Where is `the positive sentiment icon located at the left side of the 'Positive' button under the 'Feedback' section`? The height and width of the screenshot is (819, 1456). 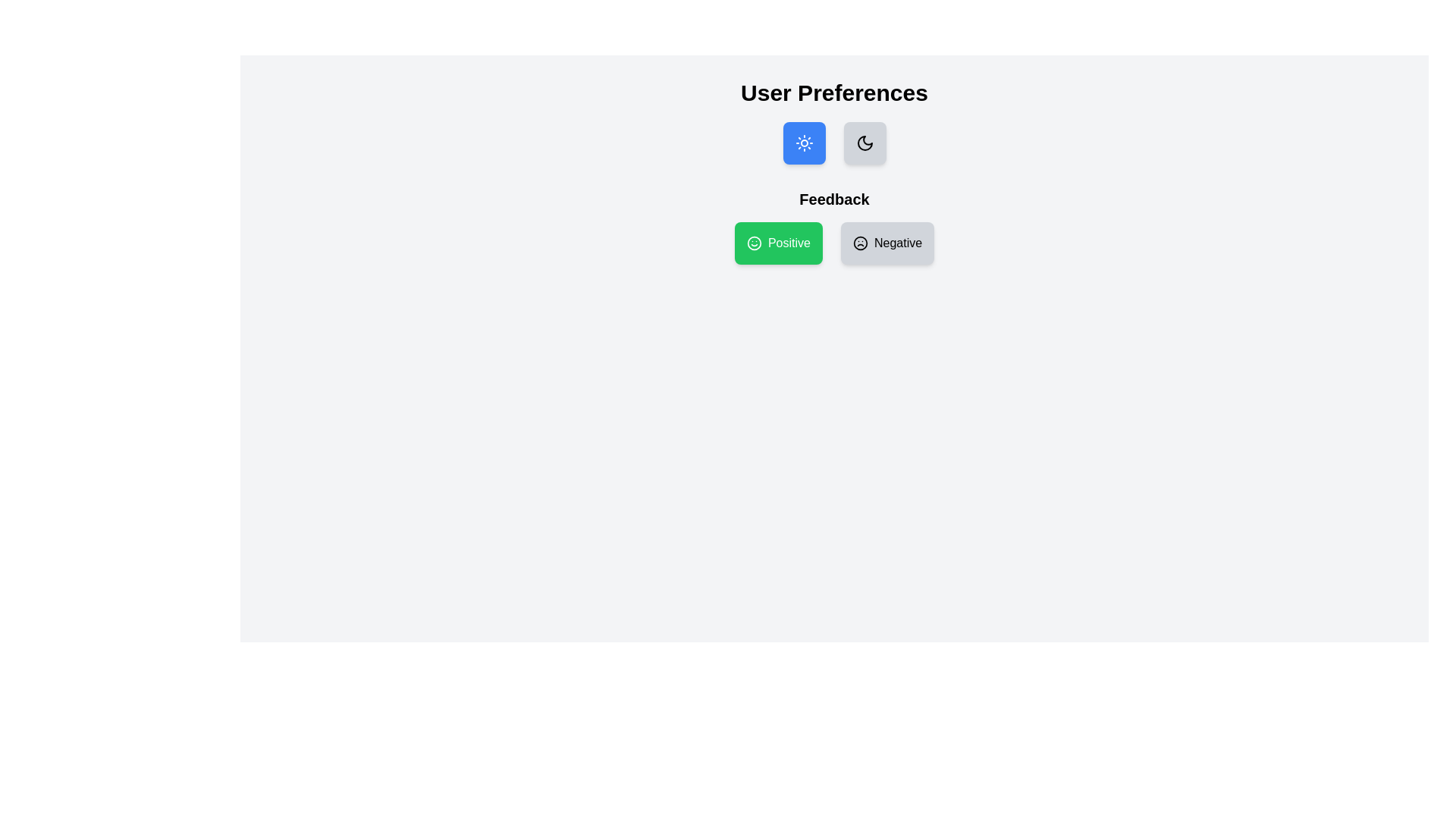 the positive sentiment icon located at the left side of the 'Positive' button under the 'Feedback' section is located at coordinates (754, 242).